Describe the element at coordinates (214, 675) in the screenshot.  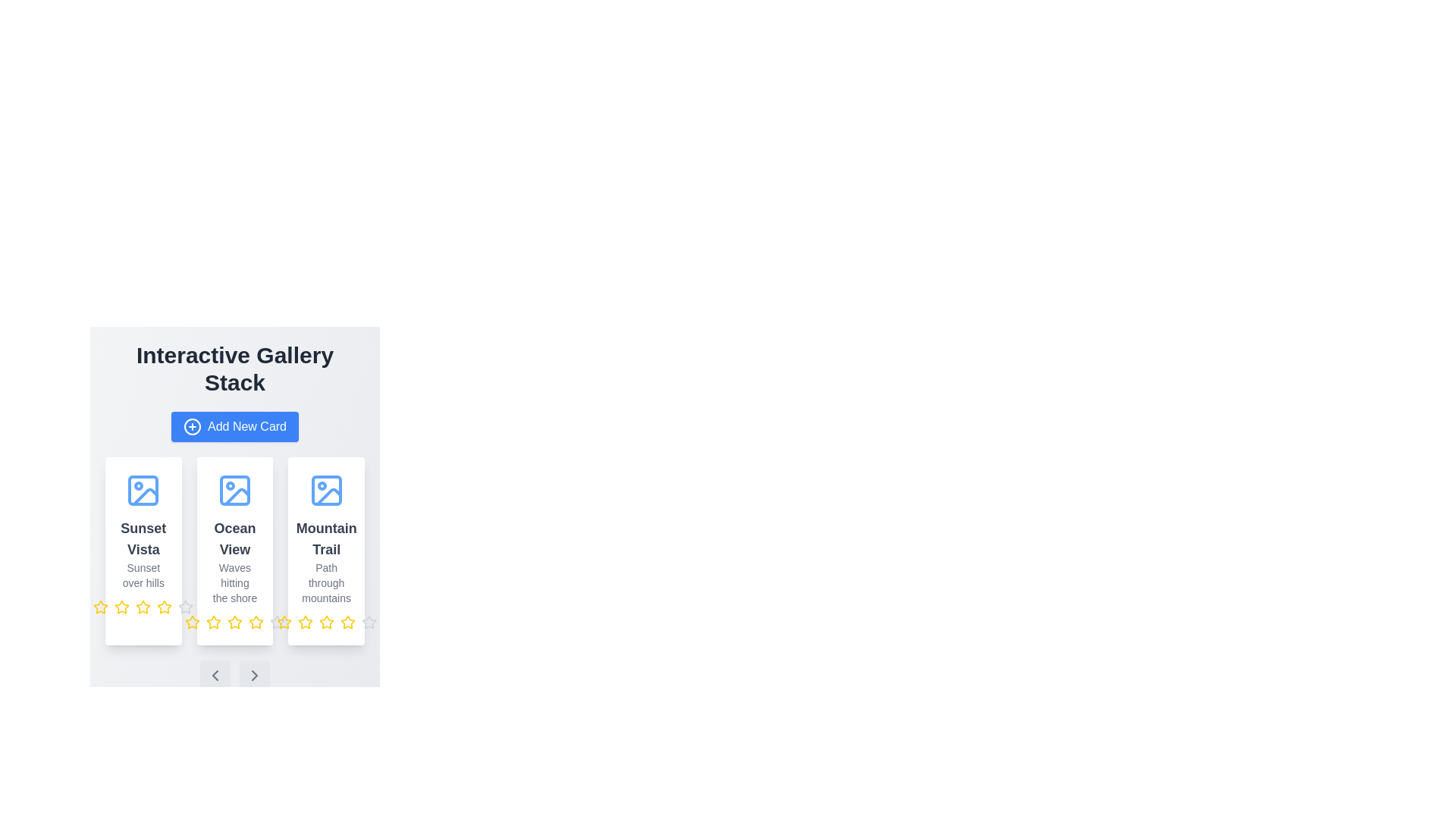
I see `the left arrow icon for navigation located at the bottom of the interface` at that location.